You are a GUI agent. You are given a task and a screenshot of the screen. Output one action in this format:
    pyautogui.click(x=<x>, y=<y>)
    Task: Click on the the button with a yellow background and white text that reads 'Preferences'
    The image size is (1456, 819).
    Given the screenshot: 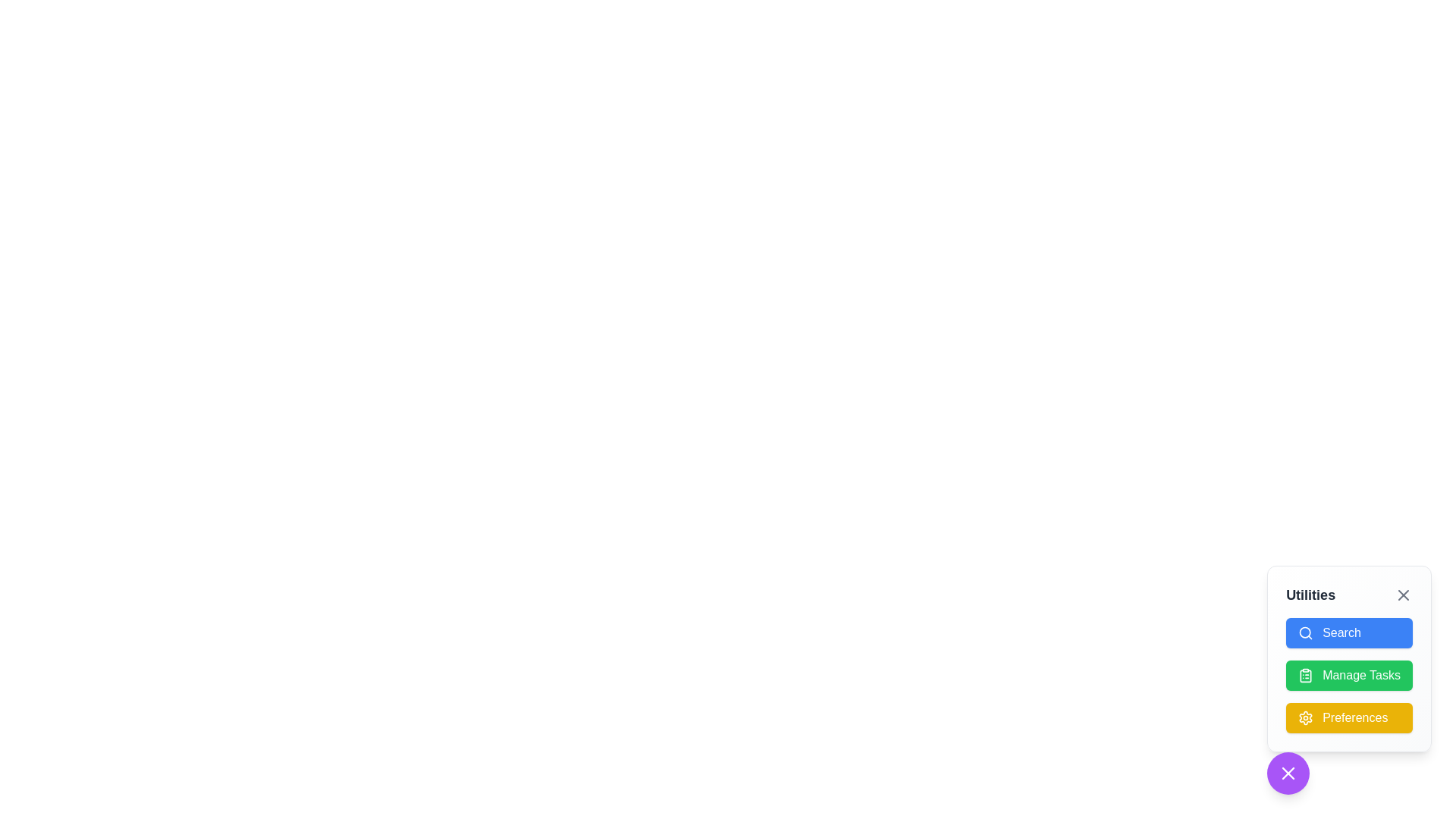 What is the action you would take?
    pyautogui.click(x=1349, y=717)
    